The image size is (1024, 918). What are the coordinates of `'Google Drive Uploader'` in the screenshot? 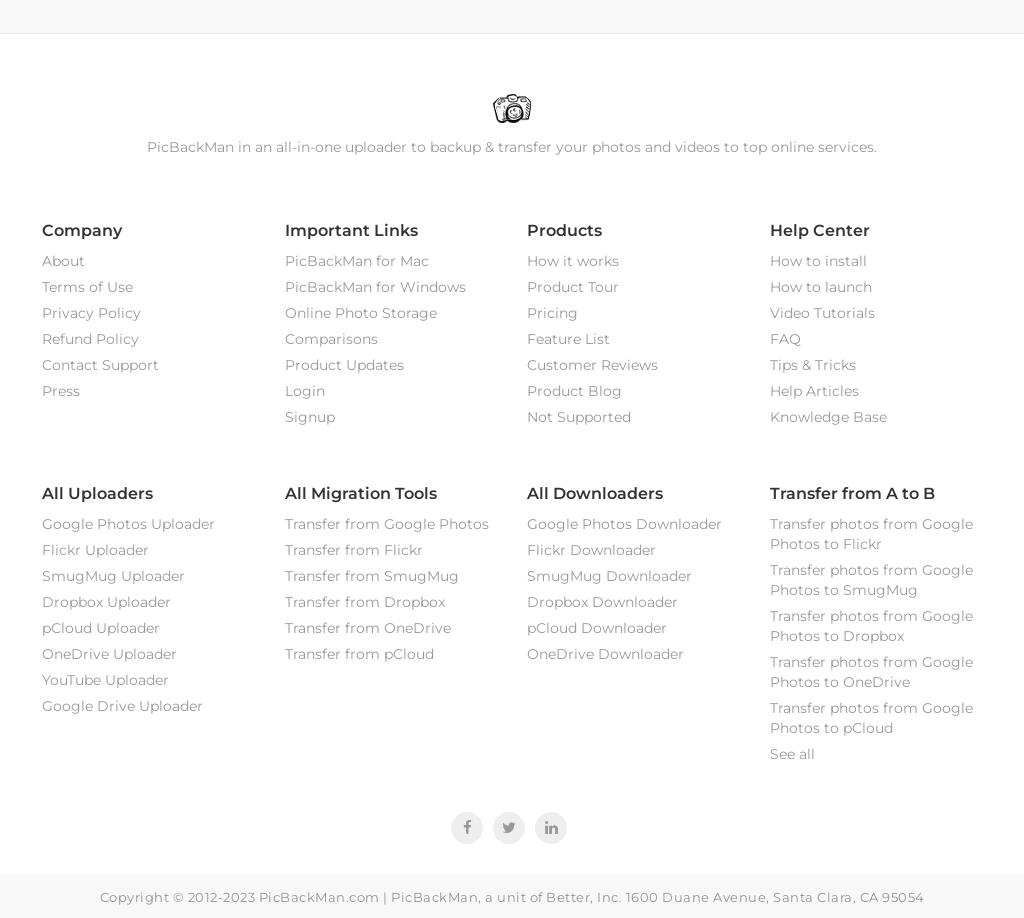 It's located at (122, 704).